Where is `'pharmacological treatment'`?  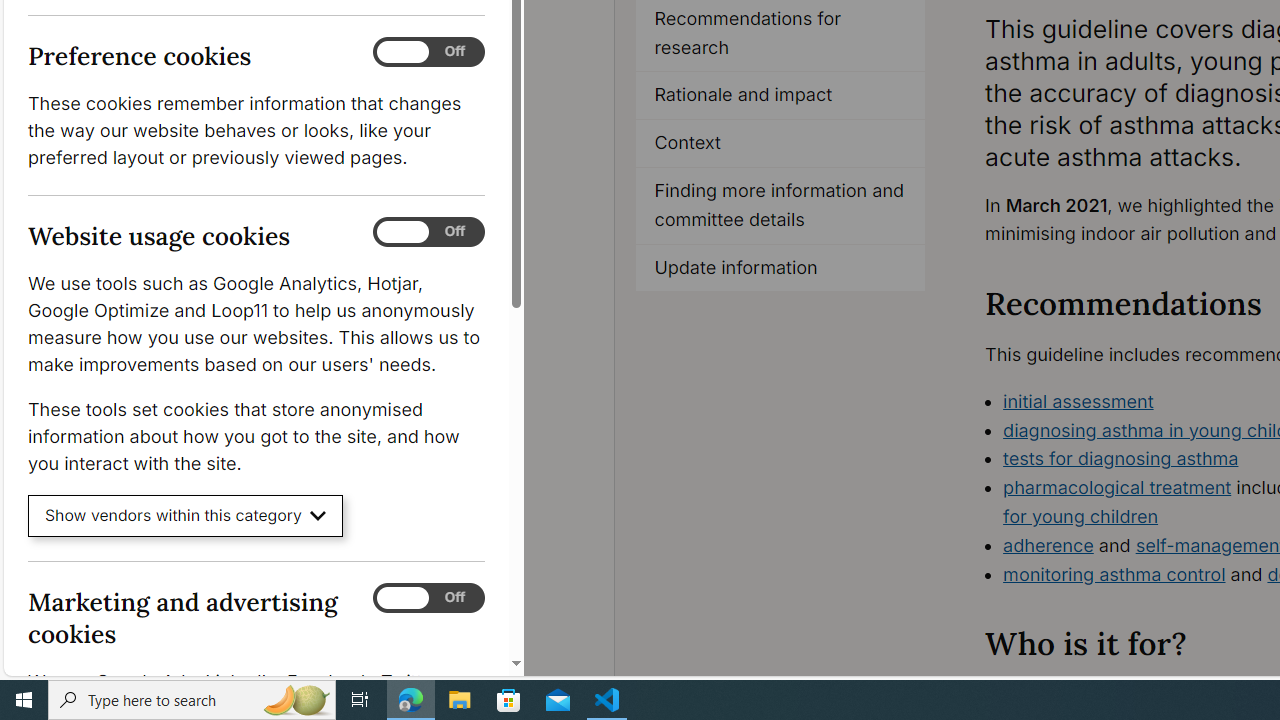 'pharmacological treatment' is located at coordinates (1116, 487).